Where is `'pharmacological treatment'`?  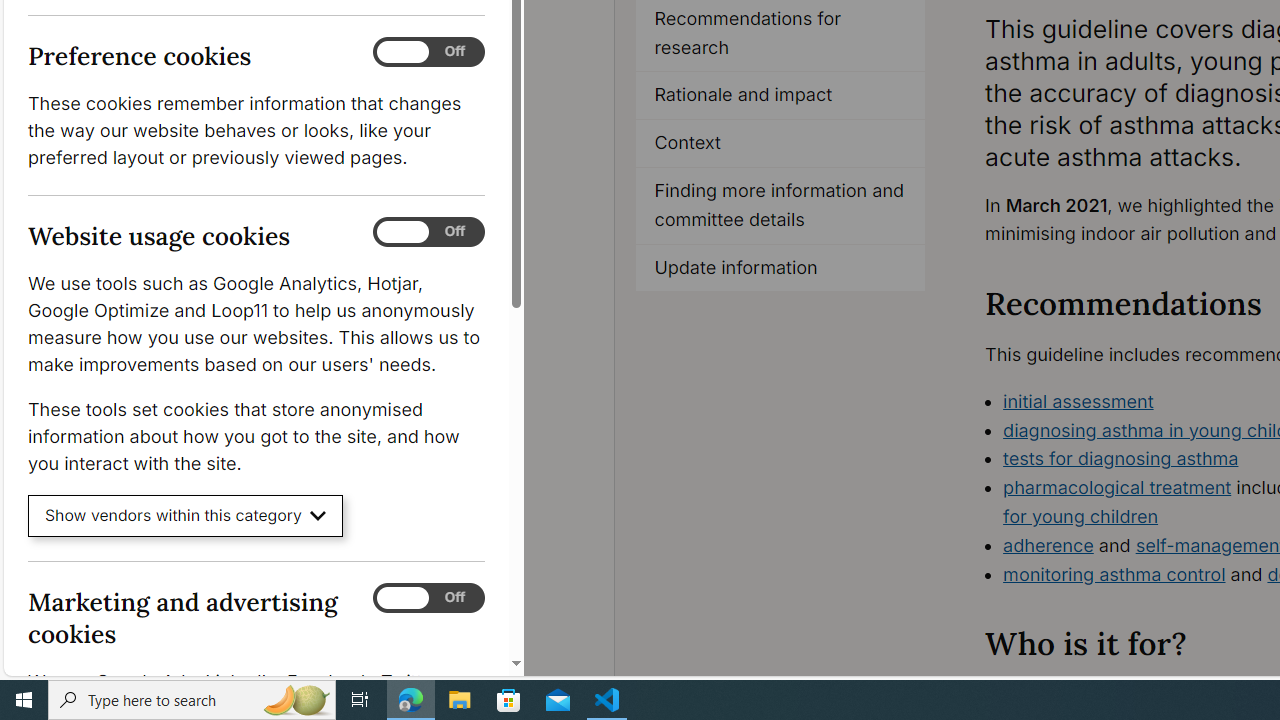 'pharmacological treatment' is located at coordinates (1116, 487).